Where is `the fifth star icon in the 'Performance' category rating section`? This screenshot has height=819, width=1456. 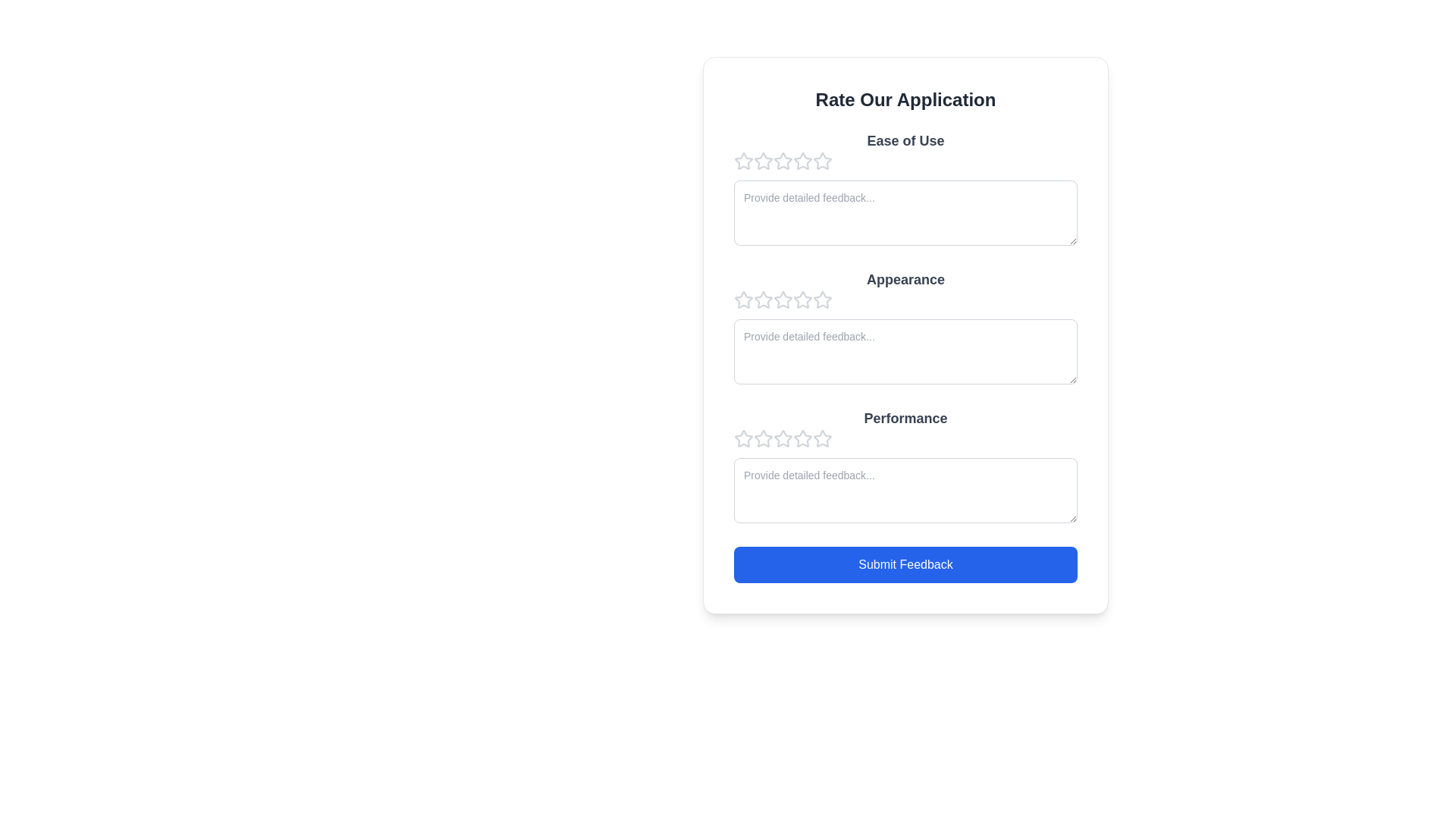 the fifth star icon in the 'Performance' category rating section is located at coordinates (802, 438).